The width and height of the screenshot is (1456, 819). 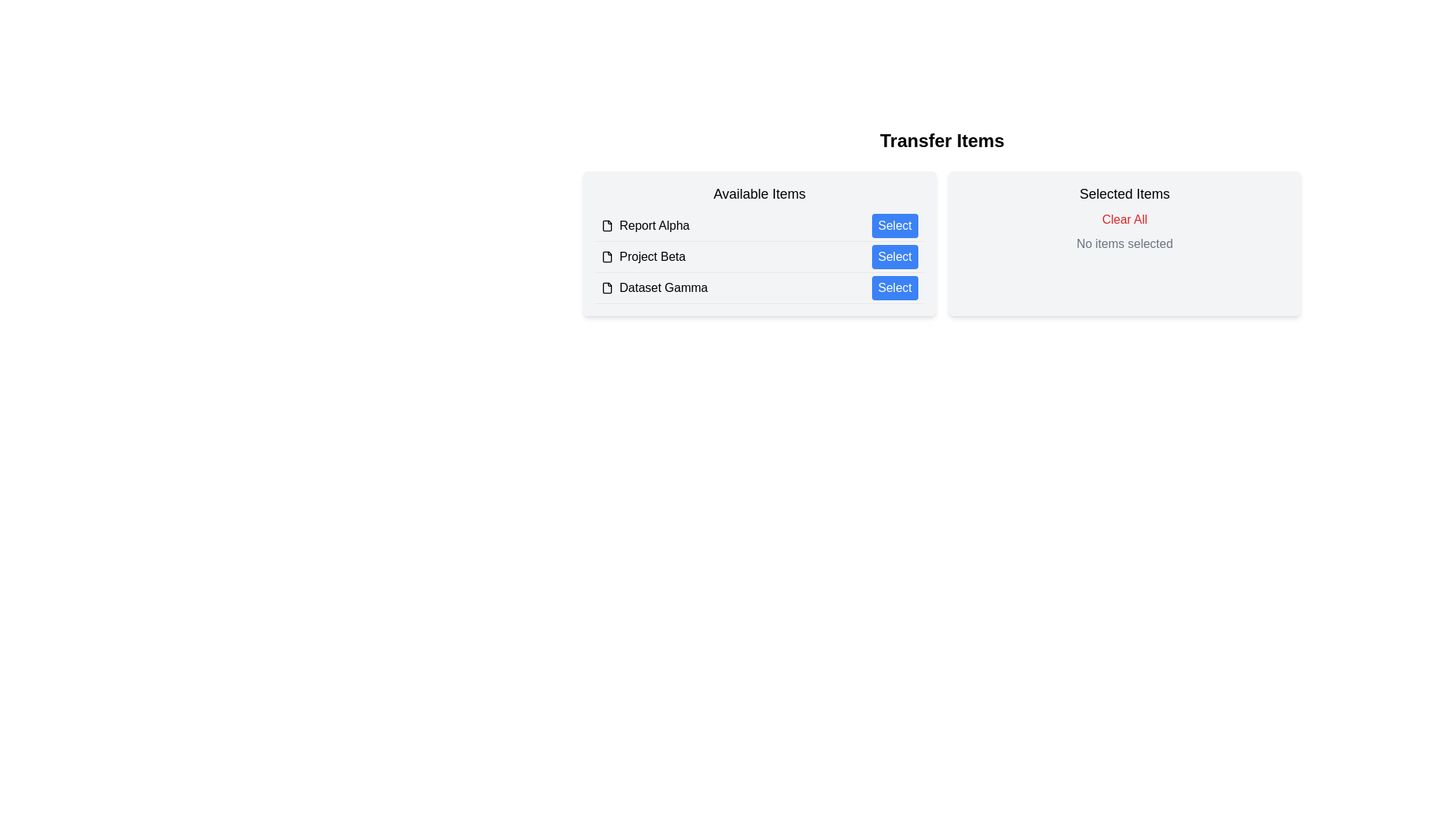 I want to click on the small document or file icon located directly to the left of the text 'Report Alpha' in the 'Available Items' section, so click(x=607, y=225).